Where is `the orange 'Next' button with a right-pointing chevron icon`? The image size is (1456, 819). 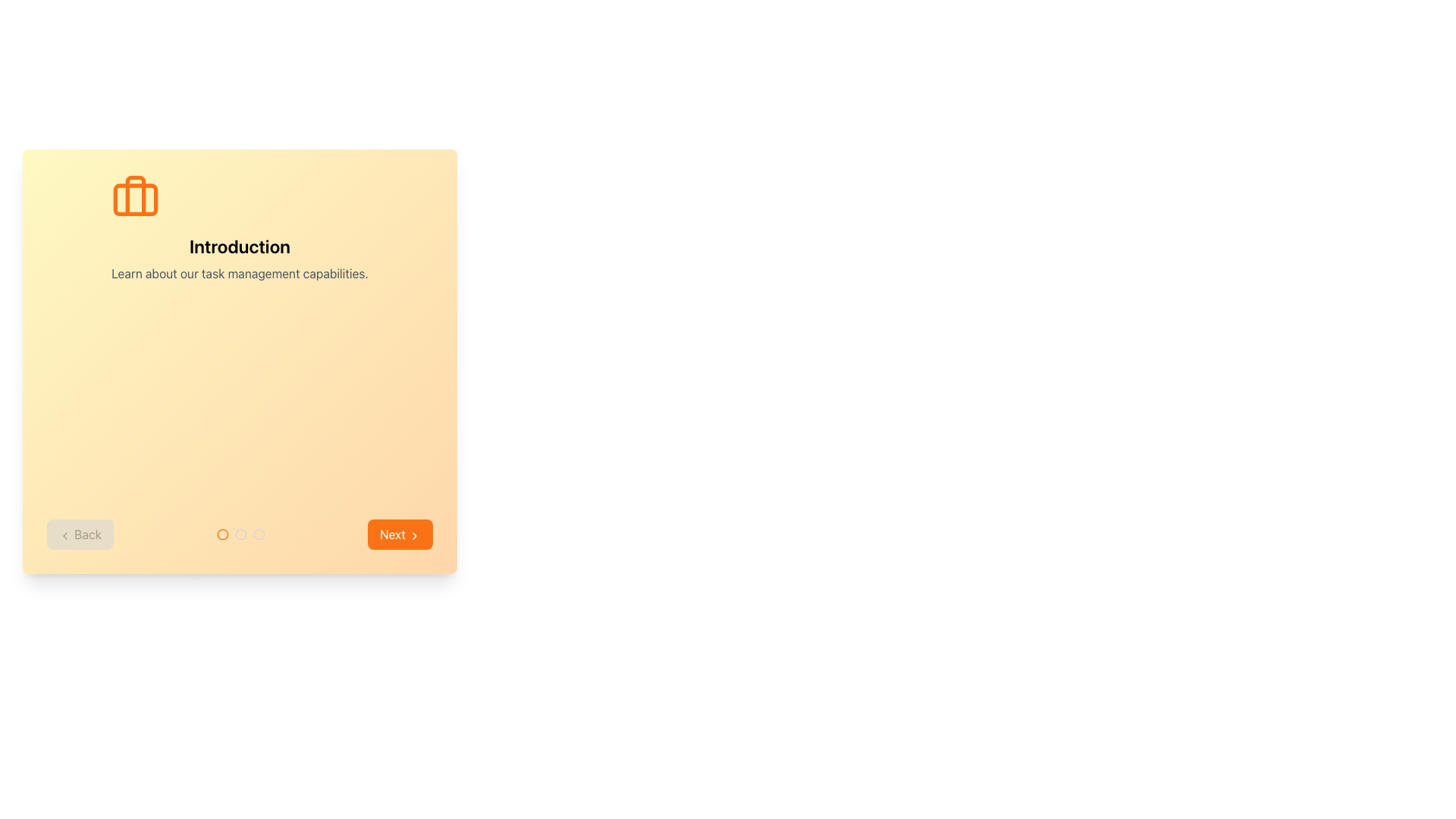 the orange 'Next' button with a right-pointing chevron icon is located at coordinates (400, 534).